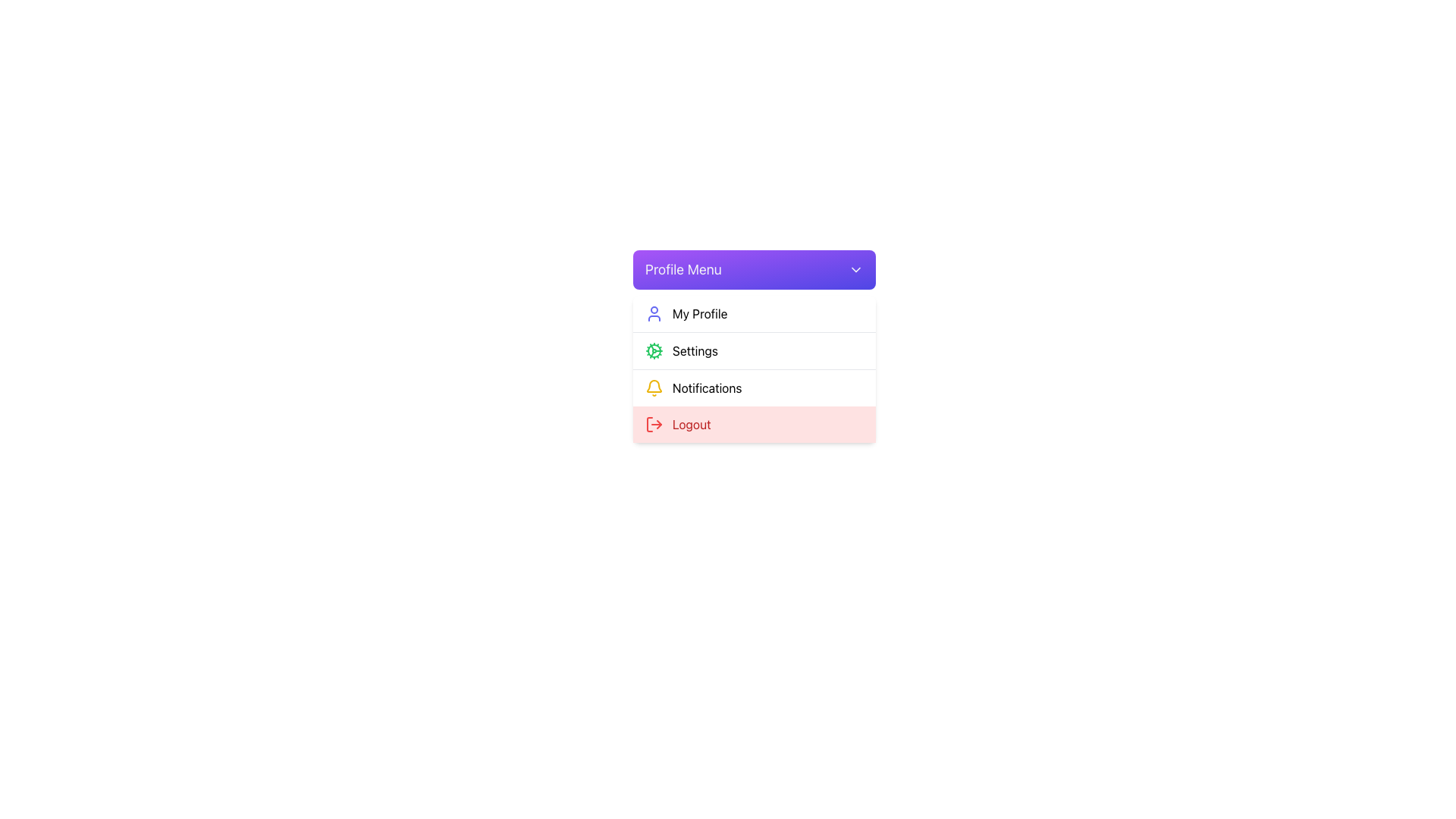 The image size is (1456, 819). What do you see at coordinates (754, 350) in the screenshot?
I see `the 'Settings' option in the navigation Menu Box, which is located below the 'Profile Menu' and above the 'Logout' option` at bounding box center [754, 350].